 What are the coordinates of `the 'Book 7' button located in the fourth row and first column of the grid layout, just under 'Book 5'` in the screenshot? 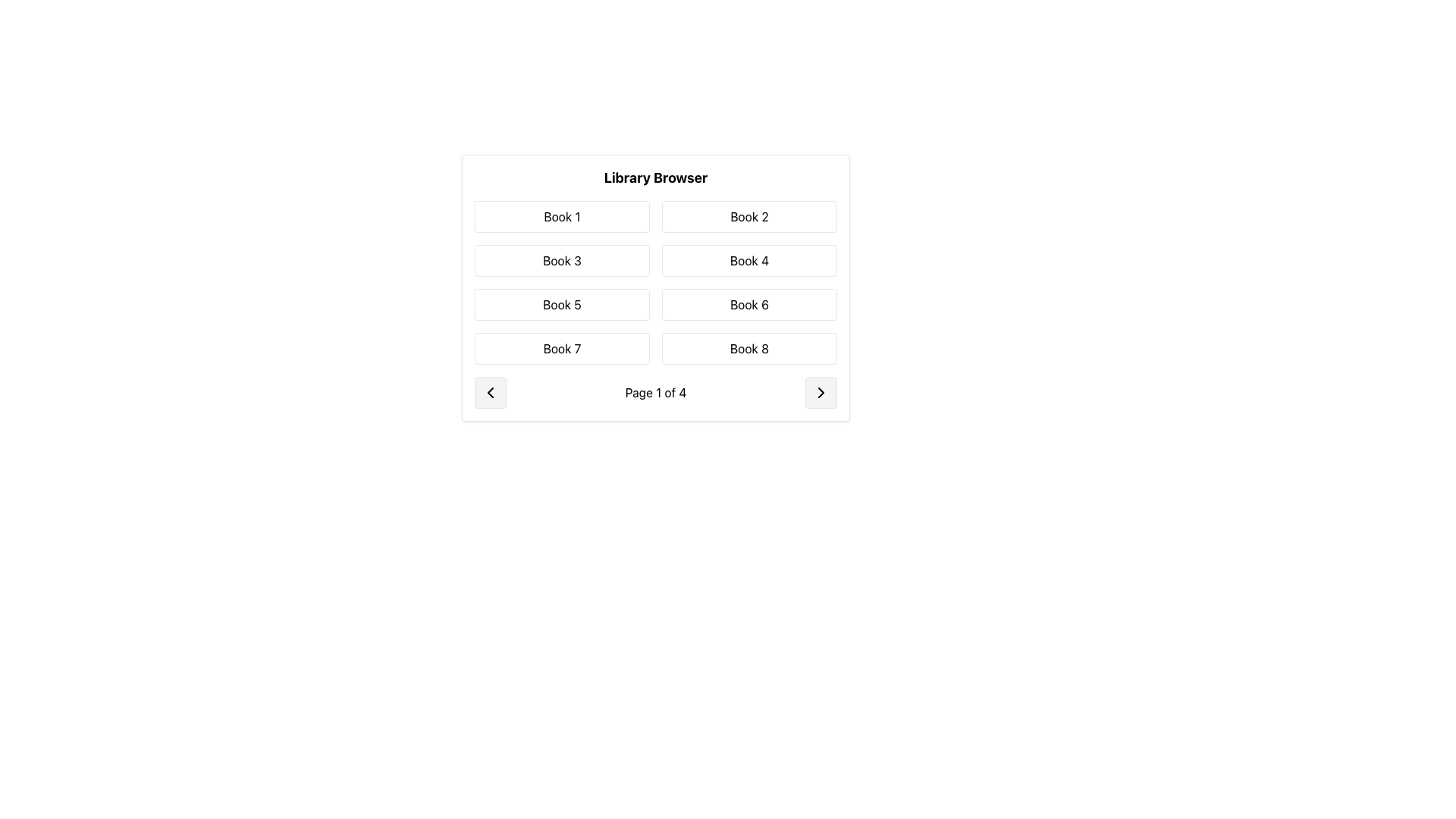 It's located at (561, 348).